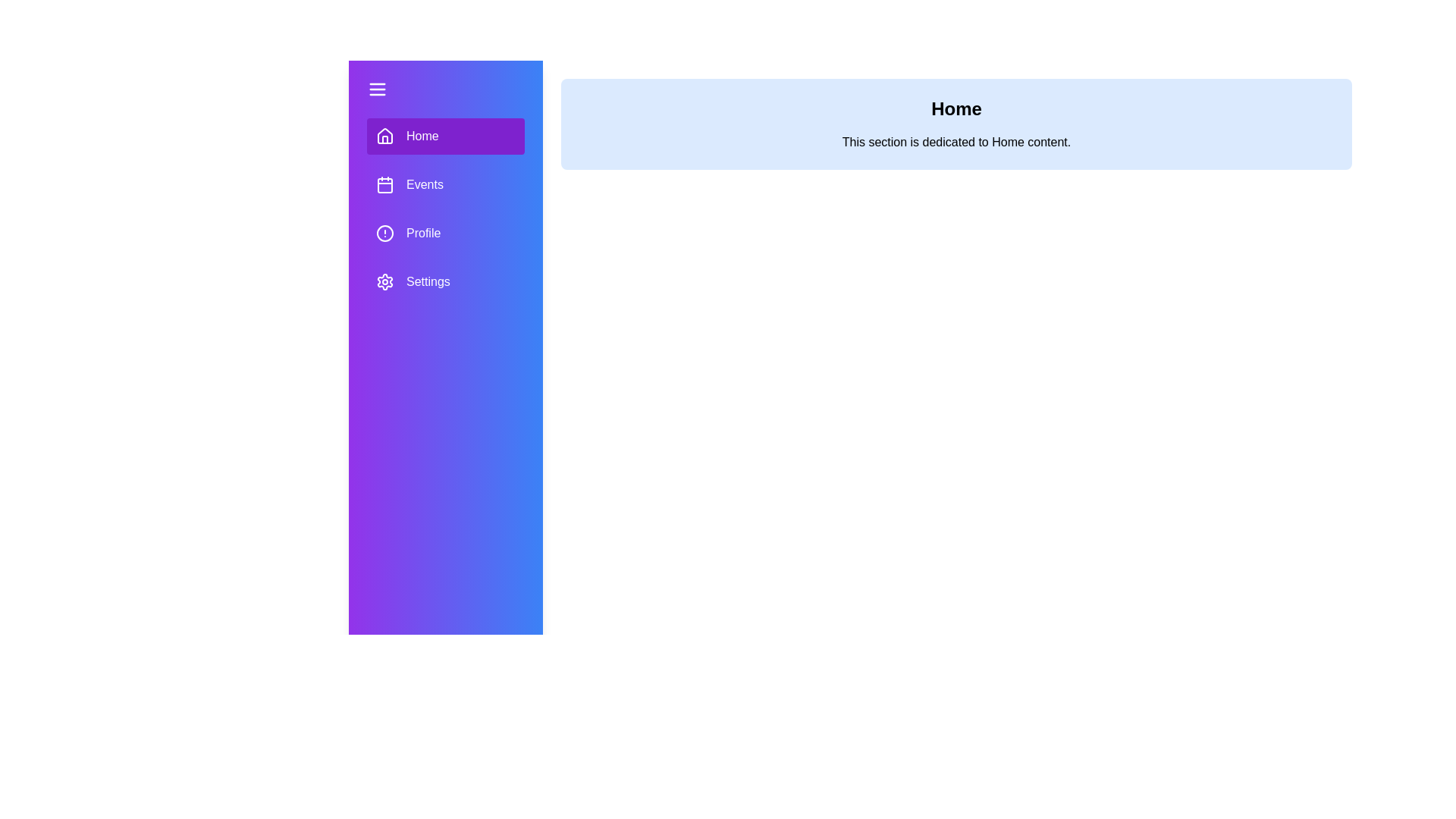 The width and height of the screenshot is (1456, 819). What do you see at coordinates (385, 134) in the screenshot?
I see `the house-shaped icon in the sidebar menu located at the topmost position, directly to the left of the 'Home' label` at bounding box center [385, 134].